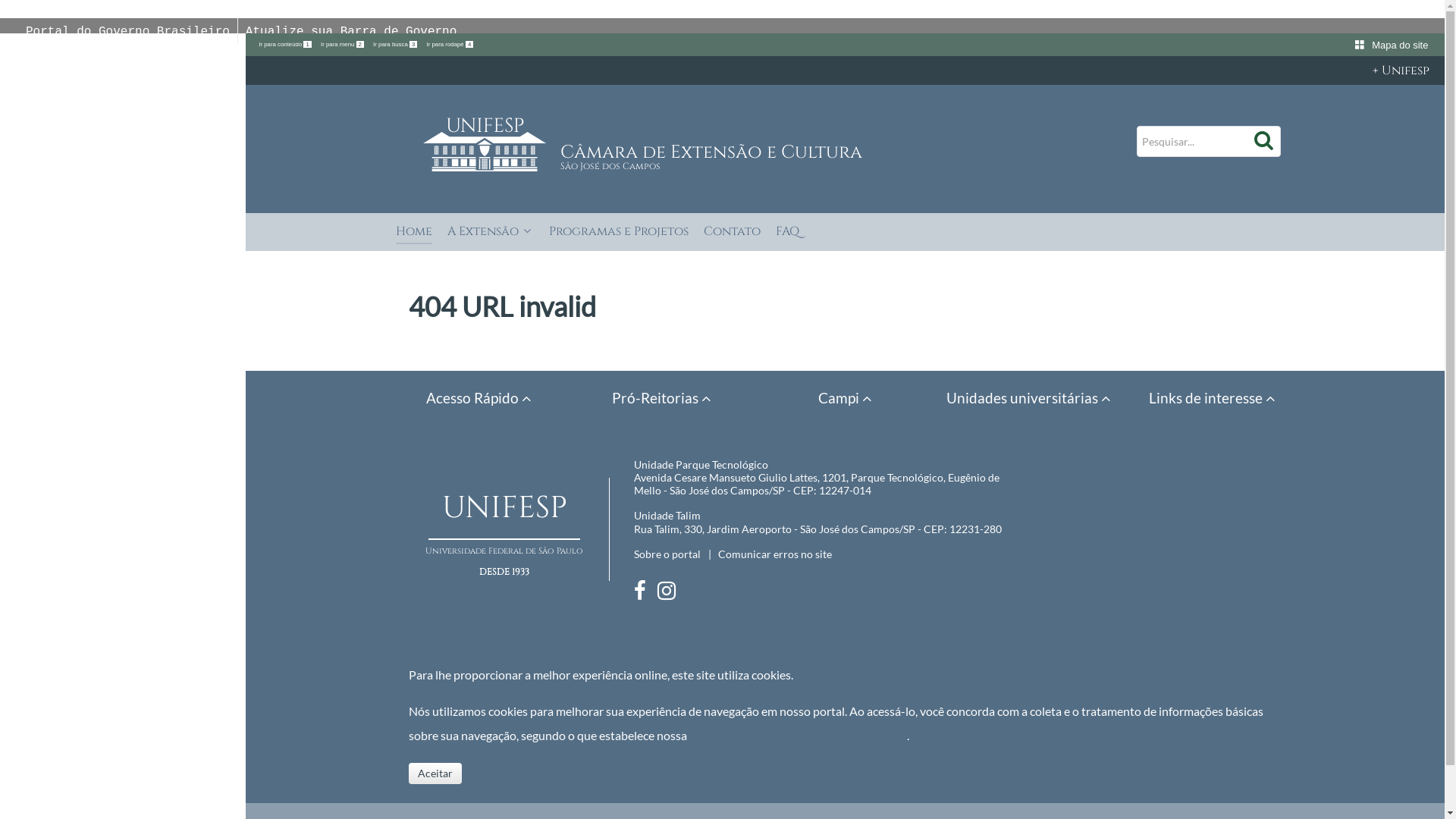 Image resolution: width=1456 pixels, height=819 pixels. Describe the element at coordinates (25, 32) in the screenshot. I see `'Portal do Governo Brasileiro'` at that location.